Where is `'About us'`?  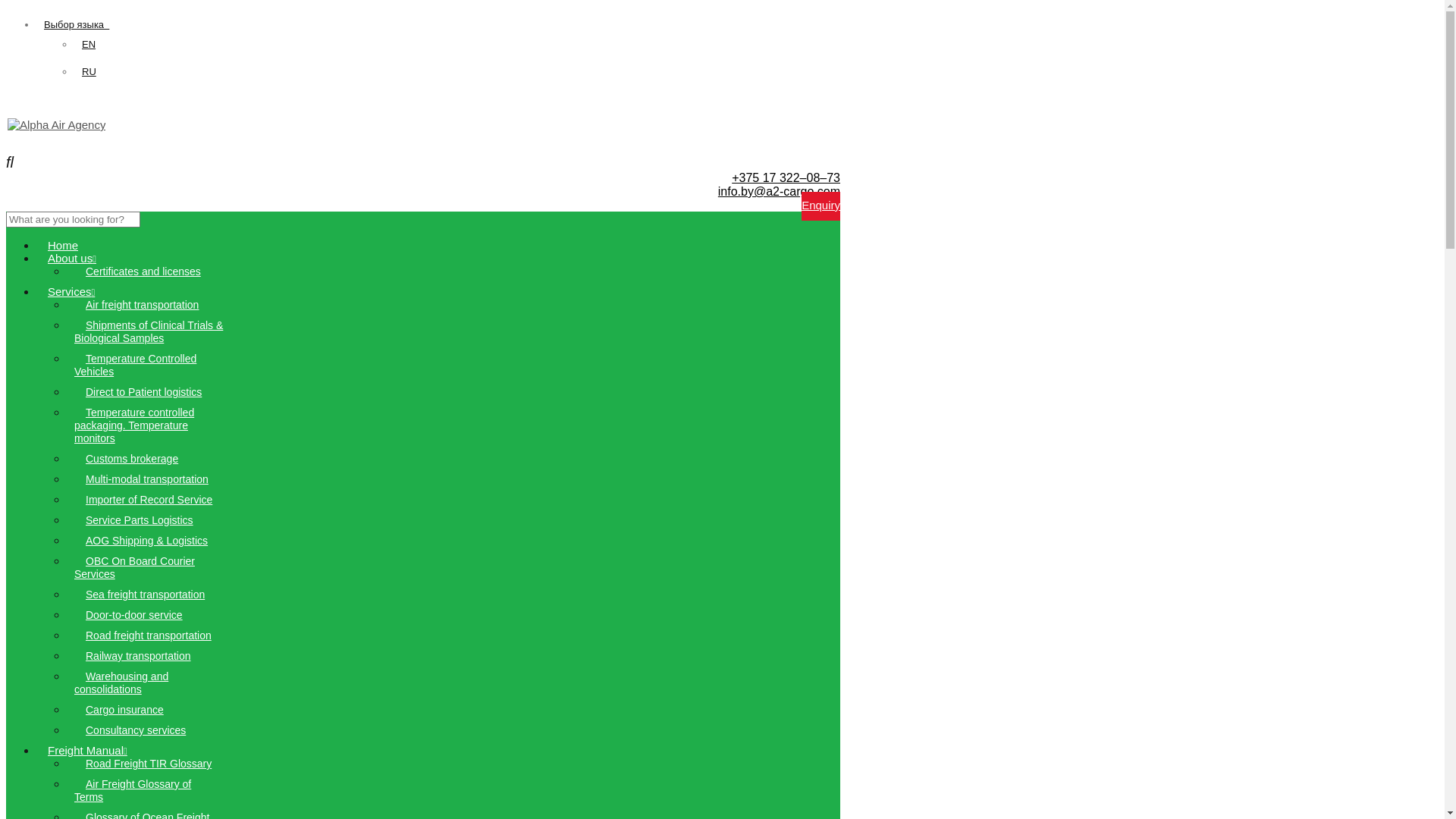 'About us' is located at coordinates (71, 257).